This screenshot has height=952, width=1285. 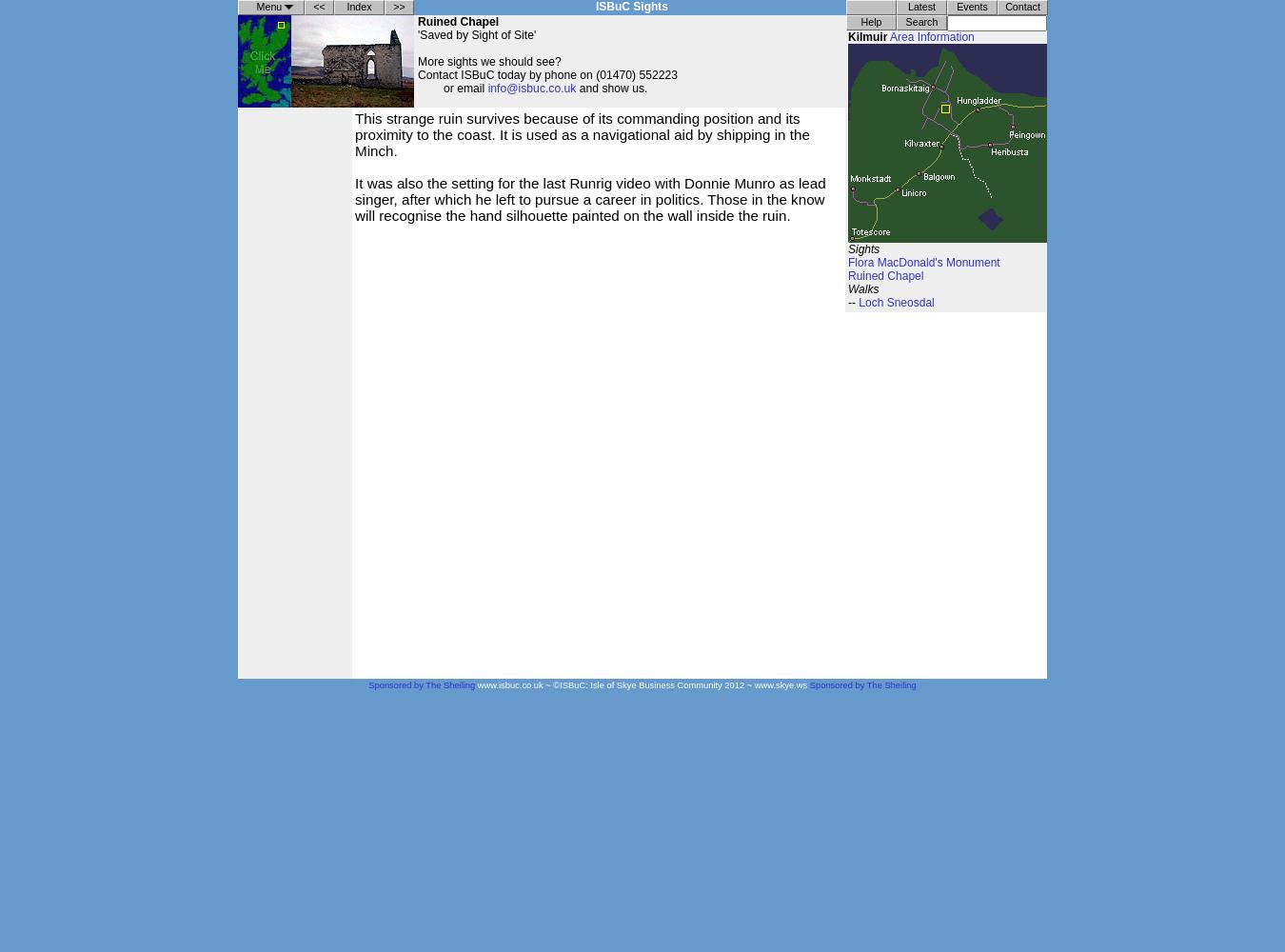 I want to click on '<<', so click(x=311, y=7).